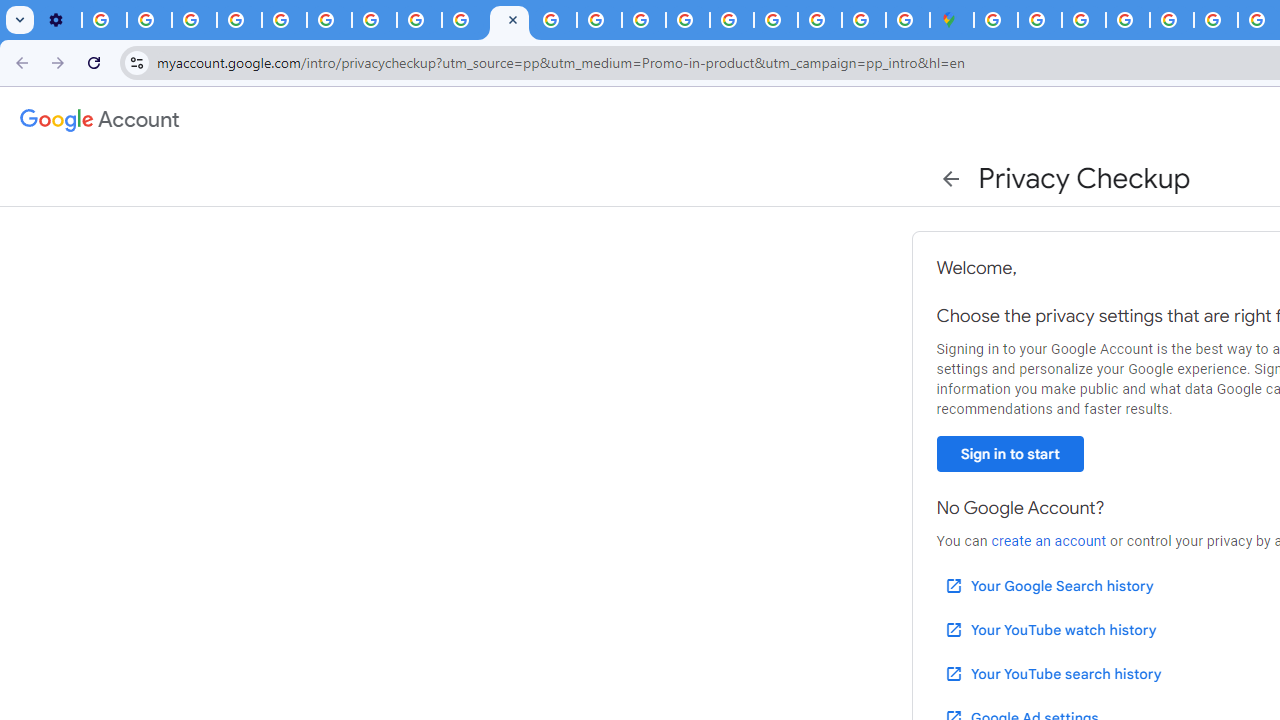 The width and height of the screenshot is (1280, 720). I want to click on 'Google Maps', so click(951, 20).